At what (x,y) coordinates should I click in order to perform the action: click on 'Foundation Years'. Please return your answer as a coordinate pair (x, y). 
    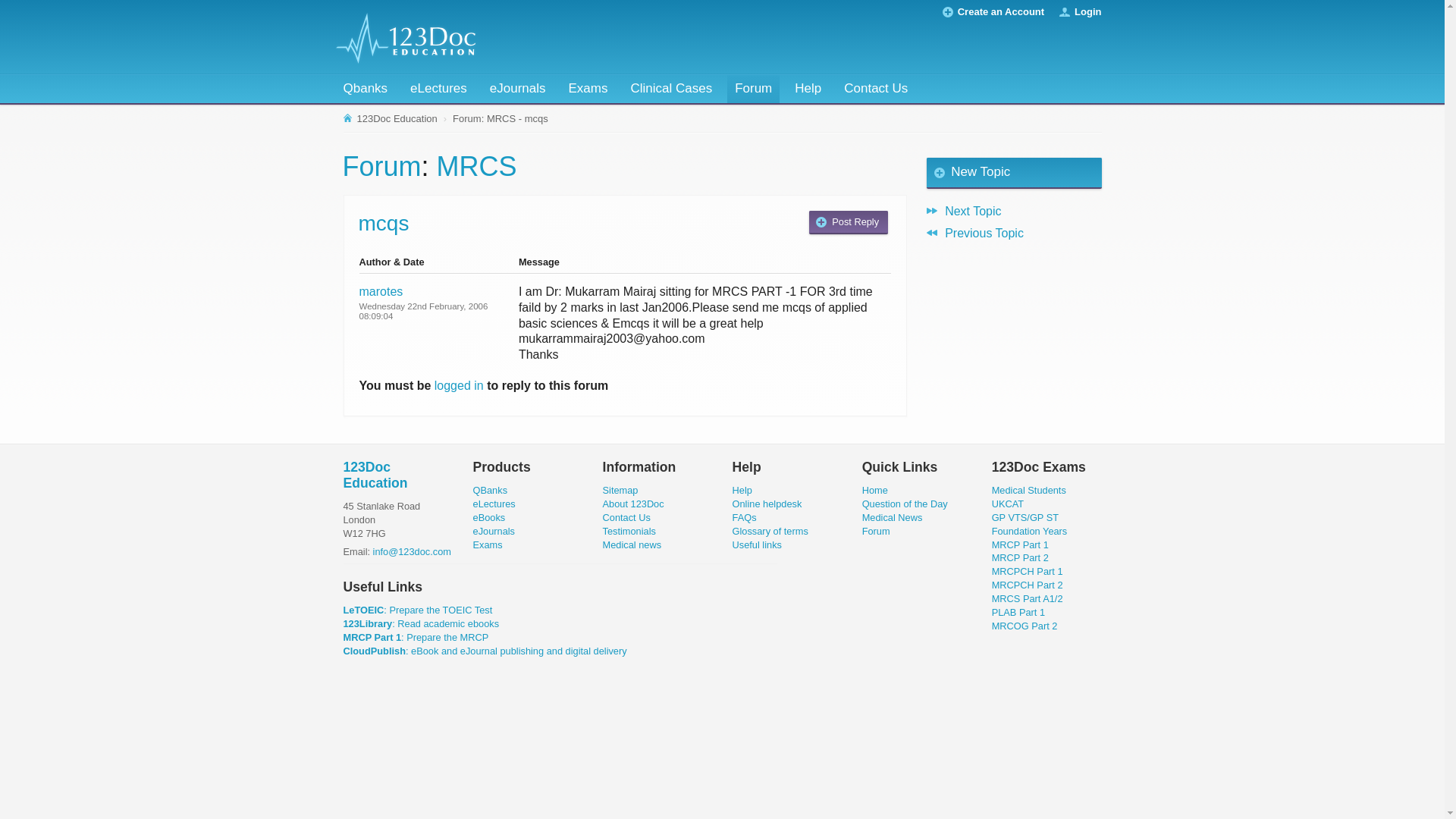
    Looking at the image, I should click on (1030, 530).